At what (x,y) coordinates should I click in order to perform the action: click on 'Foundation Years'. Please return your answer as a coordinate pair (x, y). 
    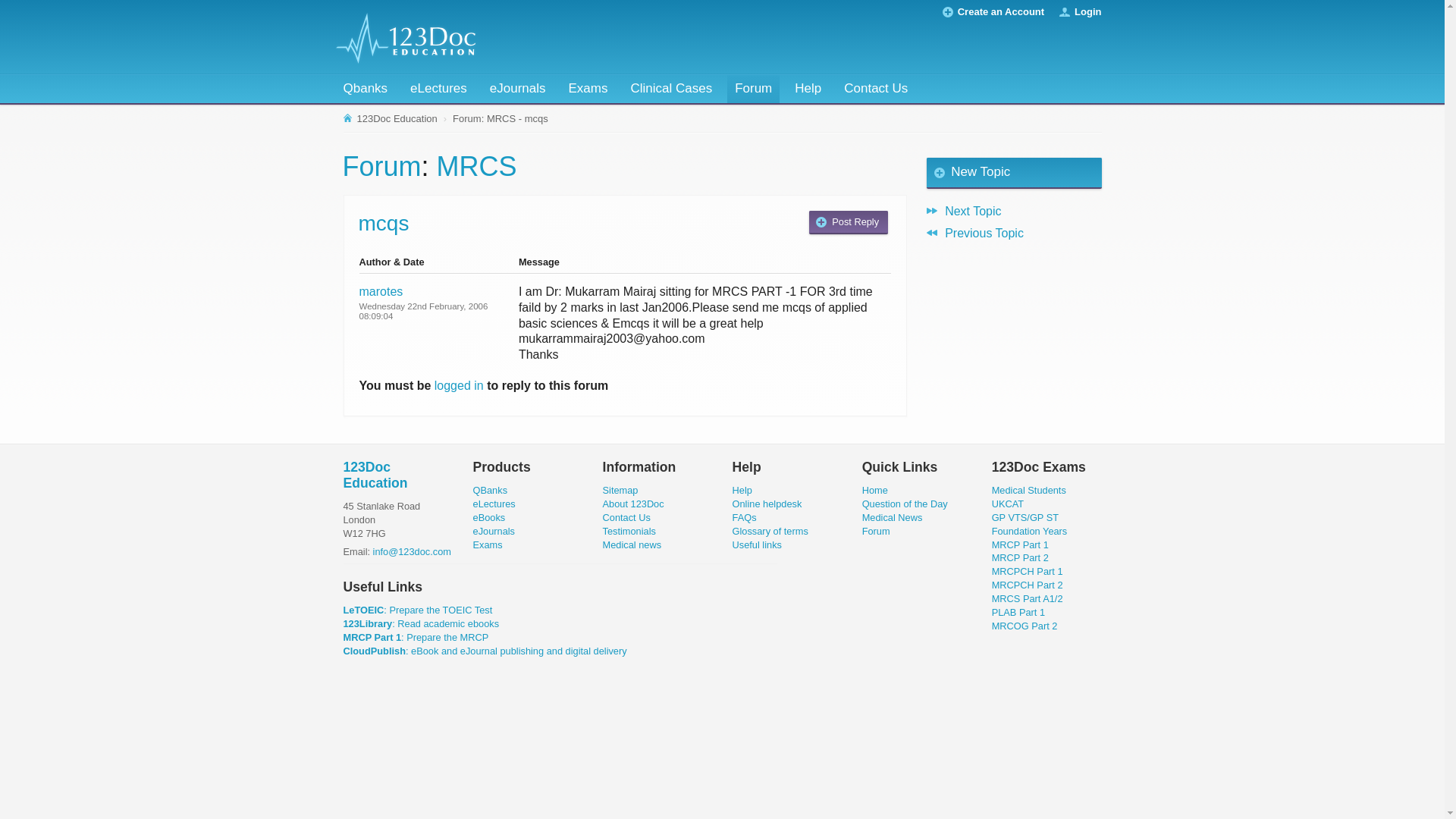
    Looking at the image, I should click on (1030, 530).